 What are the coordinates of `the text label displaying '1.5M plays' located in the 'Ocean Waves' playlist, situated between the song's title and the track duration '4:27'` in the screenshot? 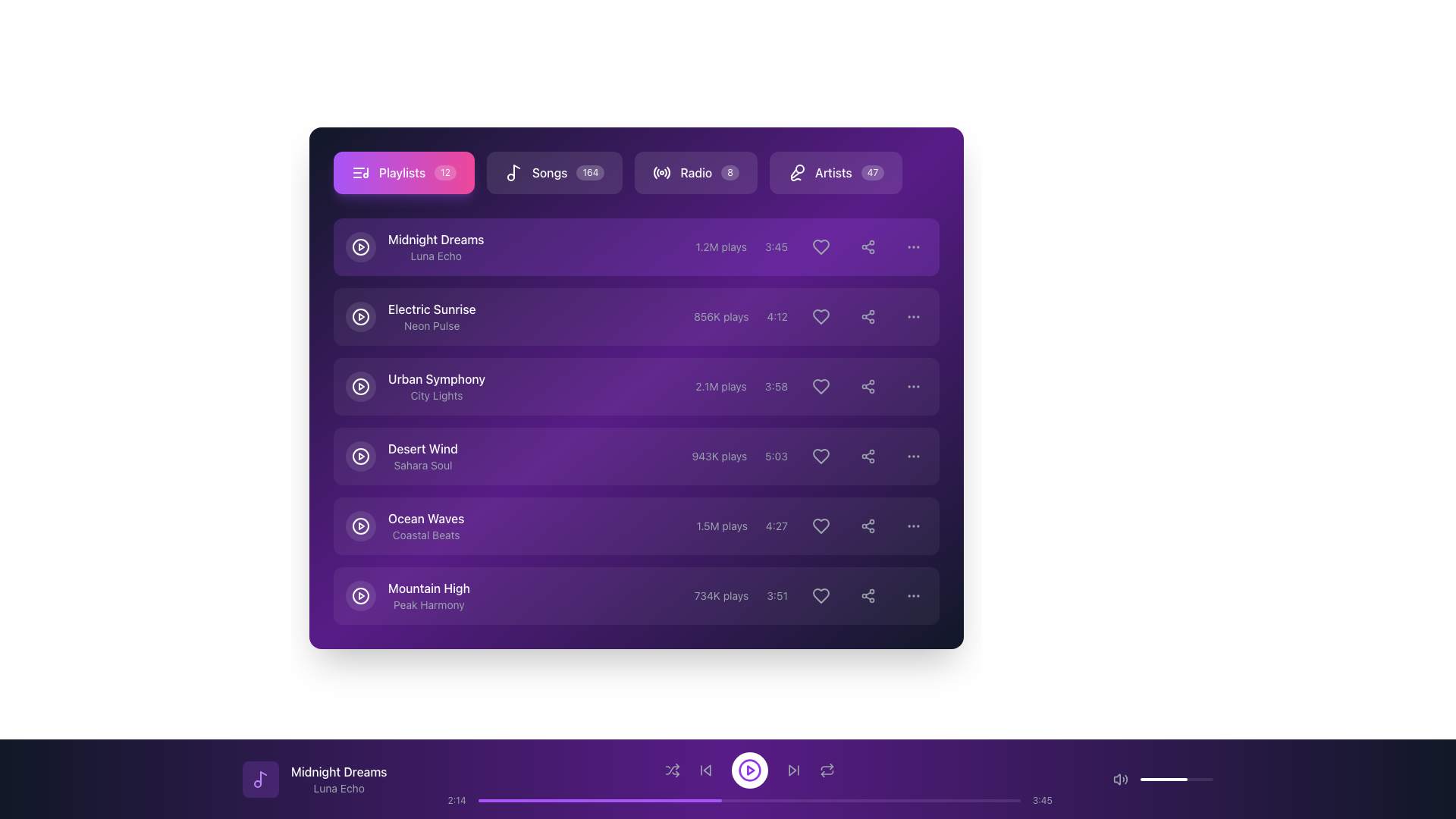 It's located at (721, 526).